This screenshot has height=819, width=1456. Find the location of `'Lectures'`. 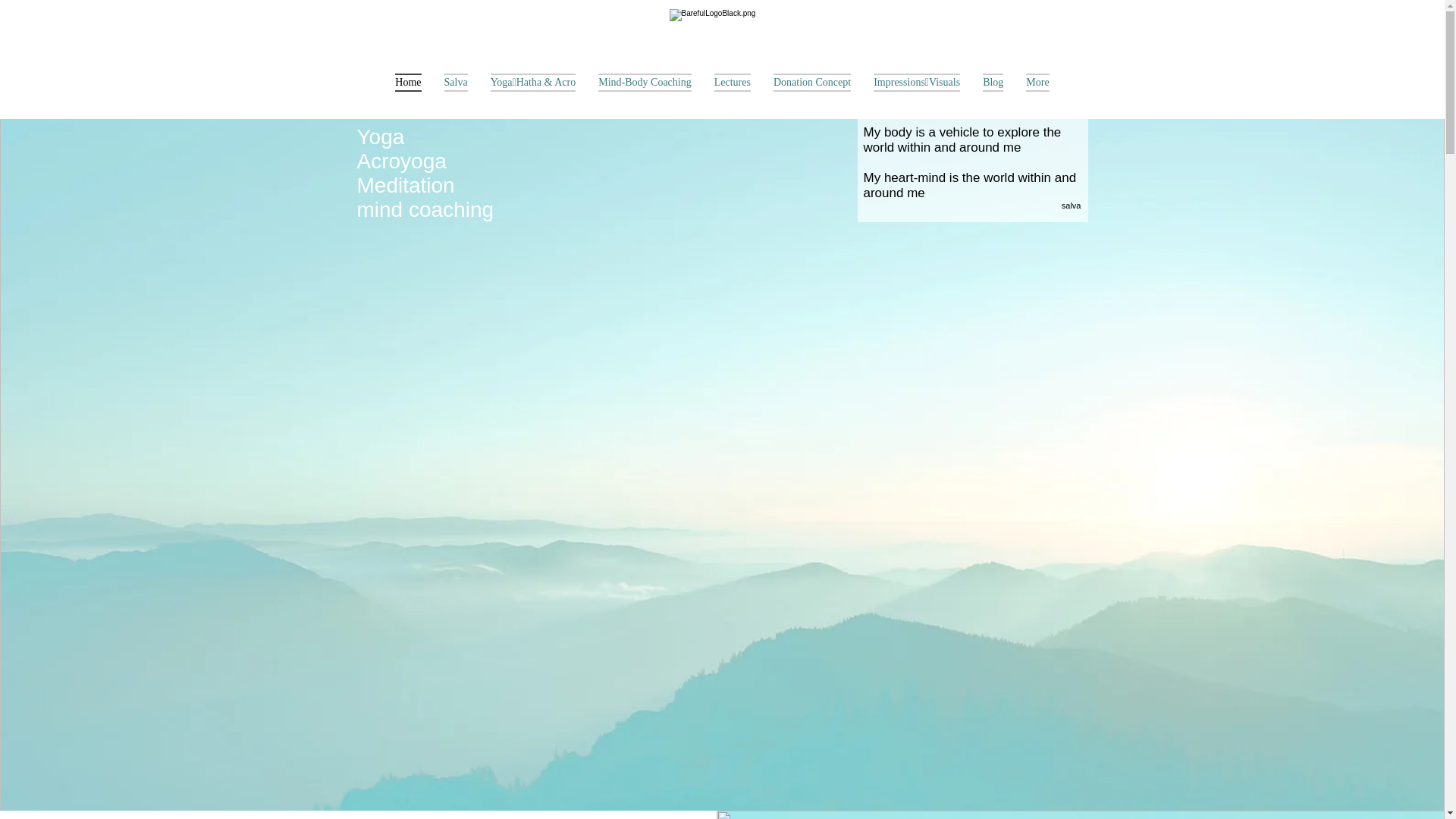

'Lectures' is located at coordinates (732, 93).